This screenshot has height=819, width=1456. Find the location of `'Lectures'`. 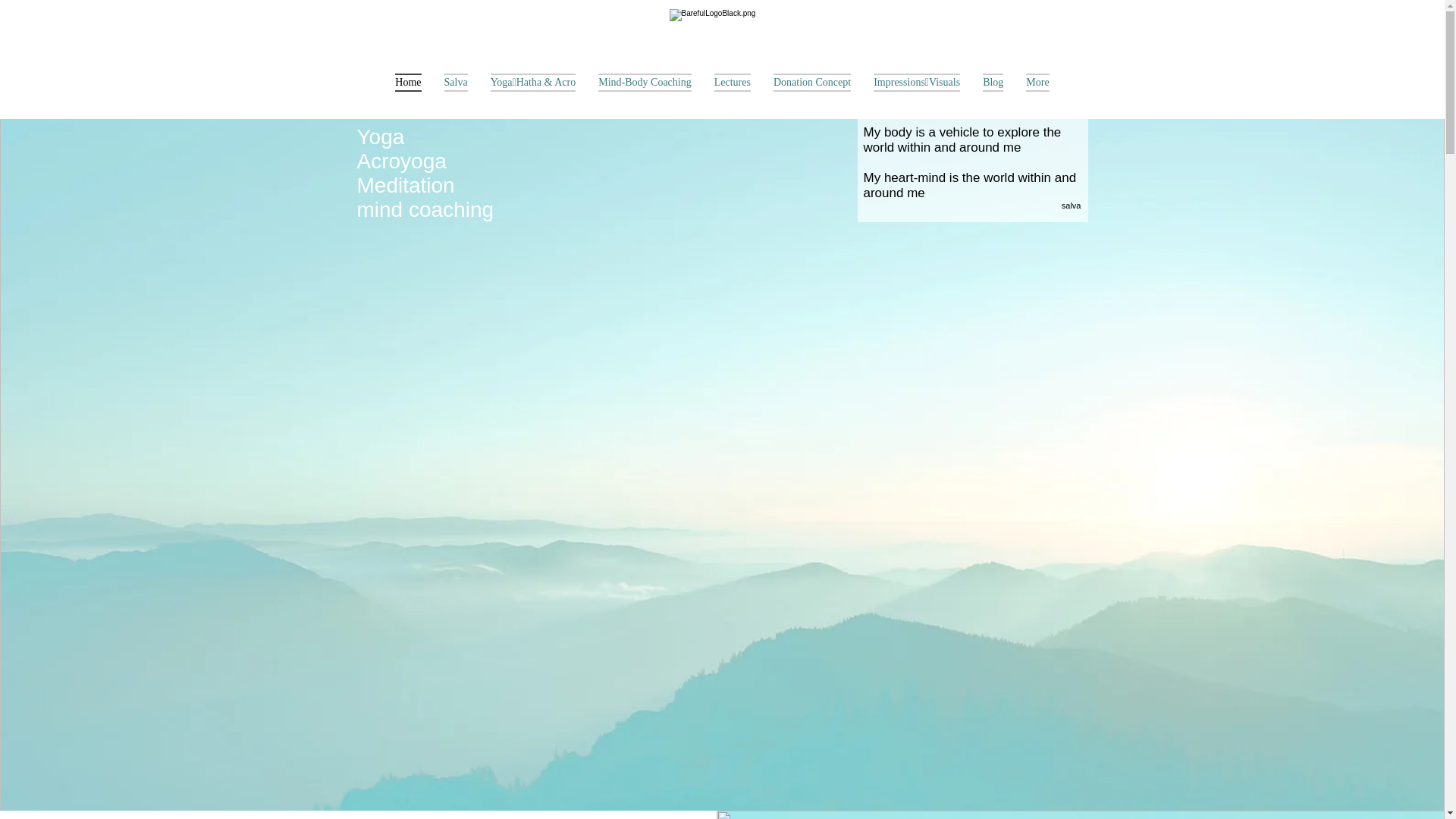

'Lectures' is located at coordinates (732, 93).